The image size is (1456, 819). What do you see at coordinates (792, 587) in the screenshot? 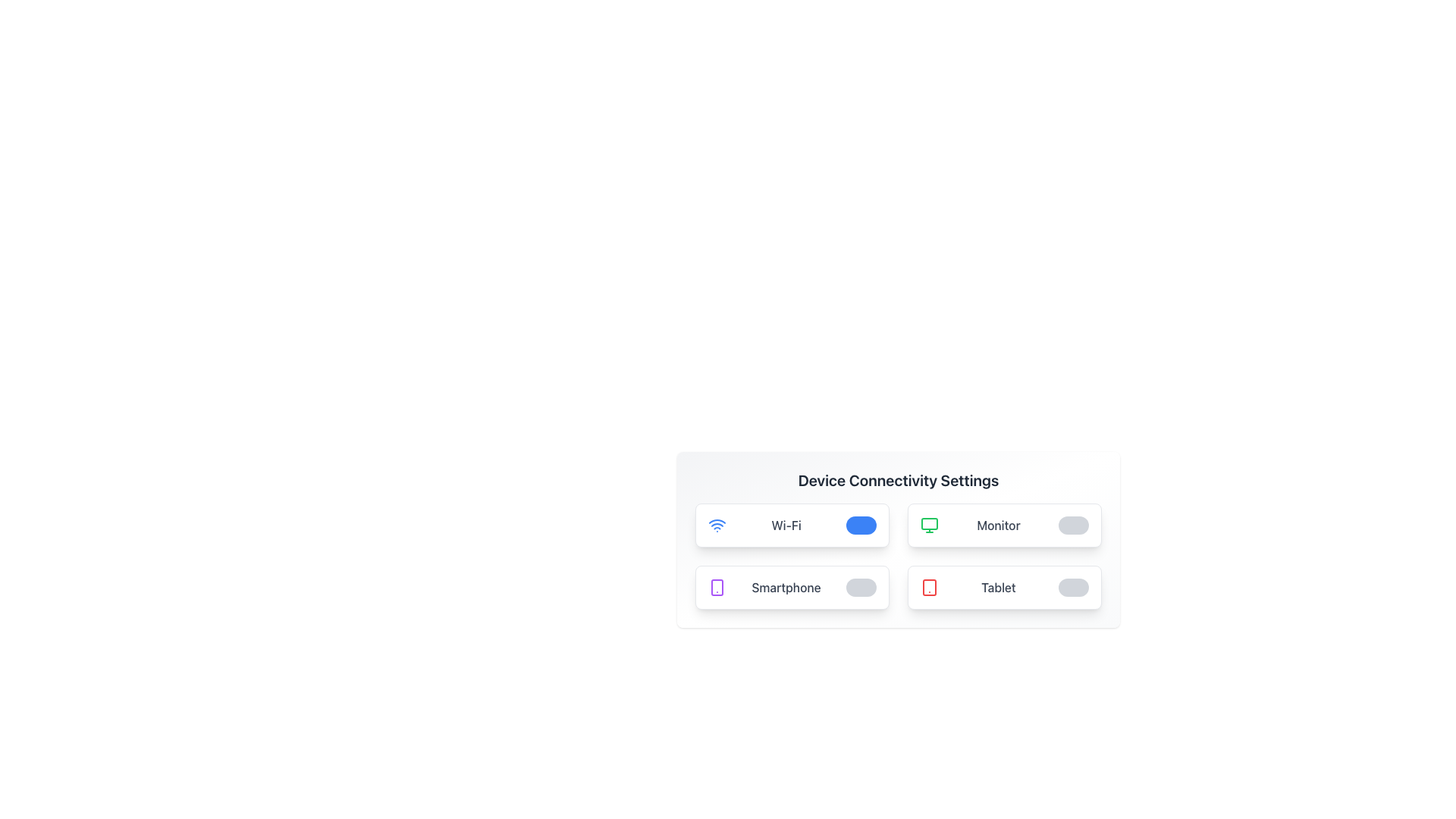
I see `the 'Smartphone' connectivity setting option` at bounding box center [792, 587].